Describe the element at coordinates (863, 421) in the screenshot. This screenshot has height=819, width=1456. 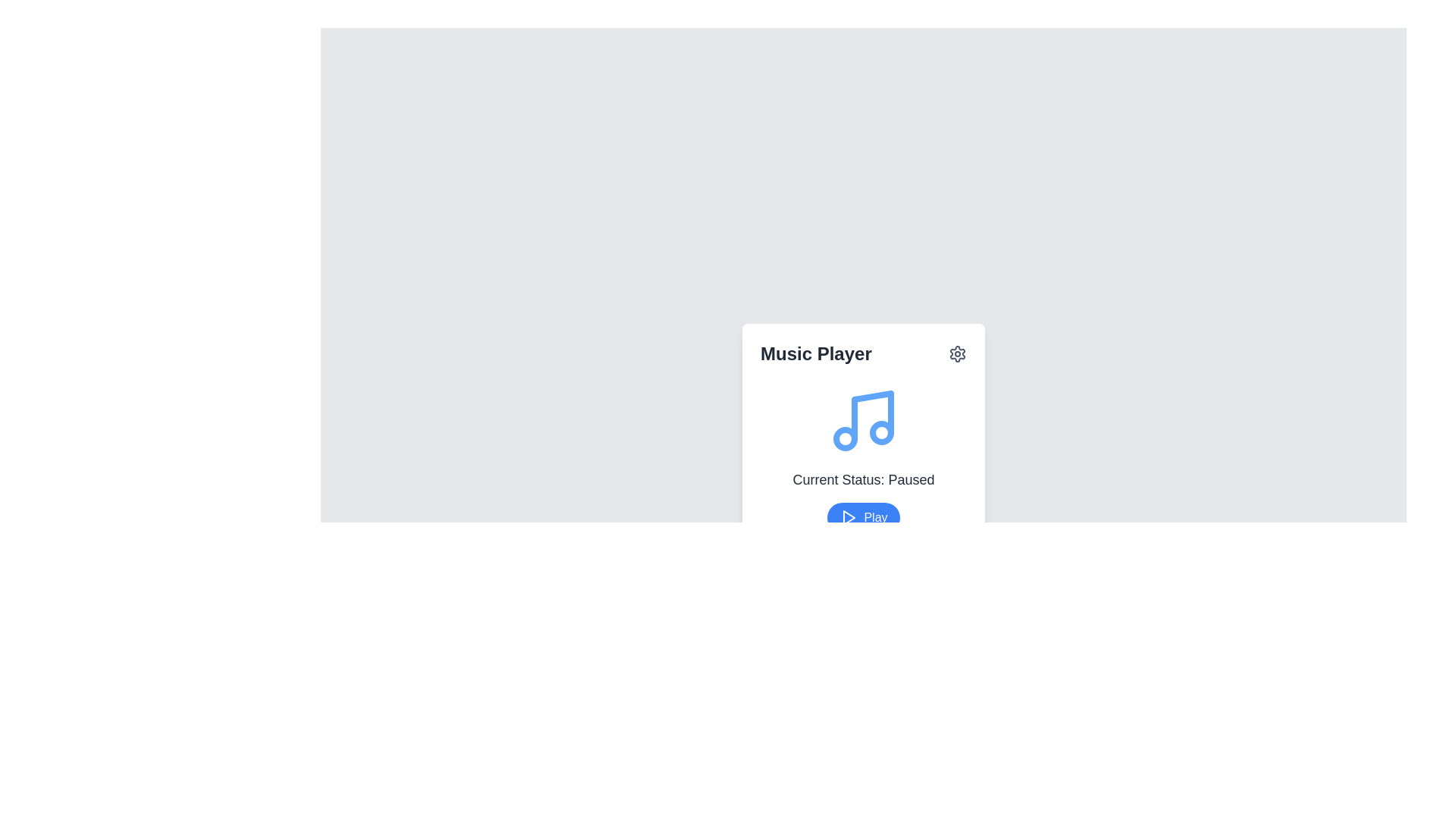
I see `the blue music note icon located at the top-center of the music player widget, which is positioned above the 'Current Status: Paused' text and the 'Play' button` at that location.